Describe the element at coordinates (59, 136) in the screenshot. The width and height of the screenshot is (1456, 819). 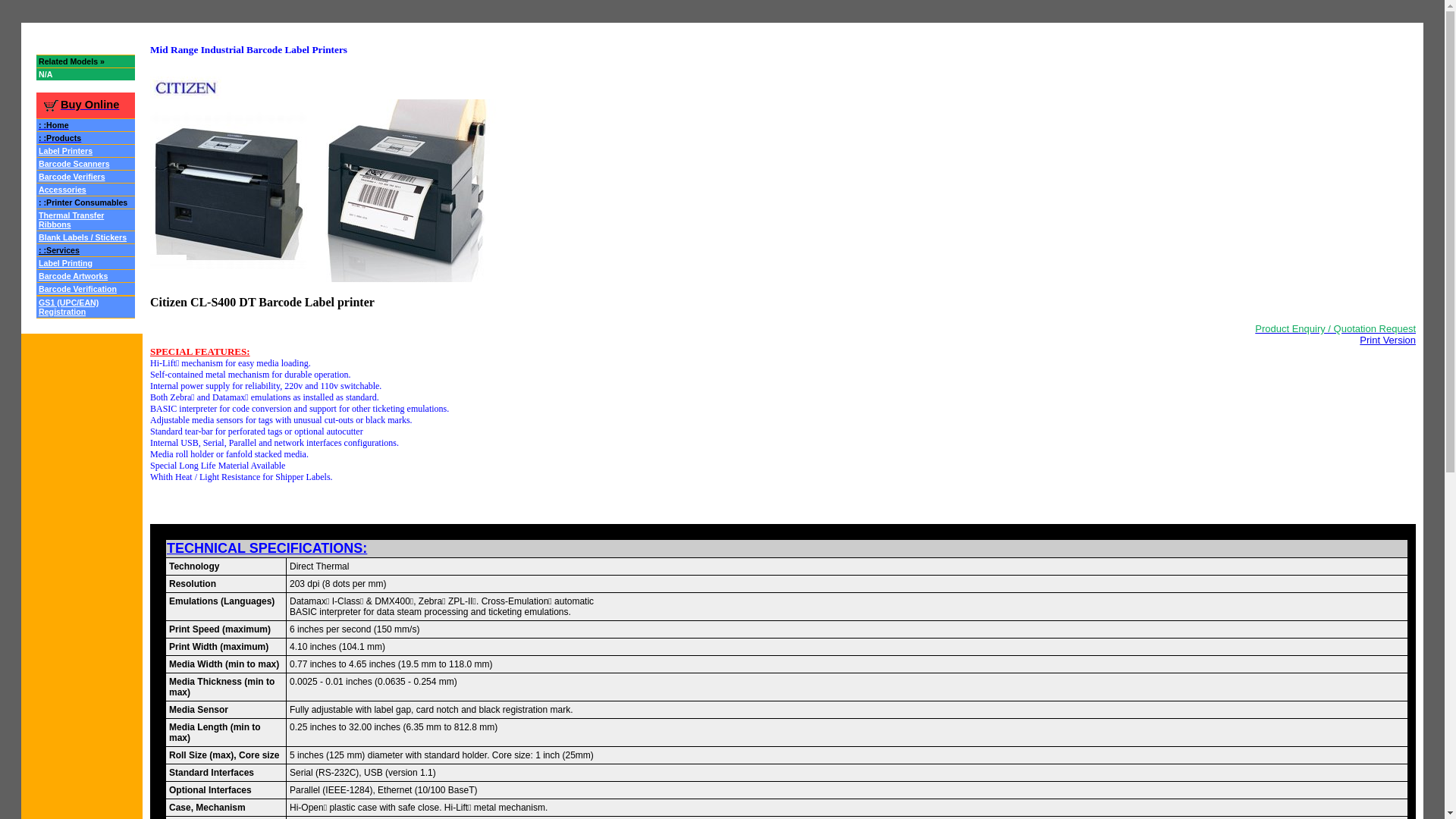
I see `': :Products'` at that location.